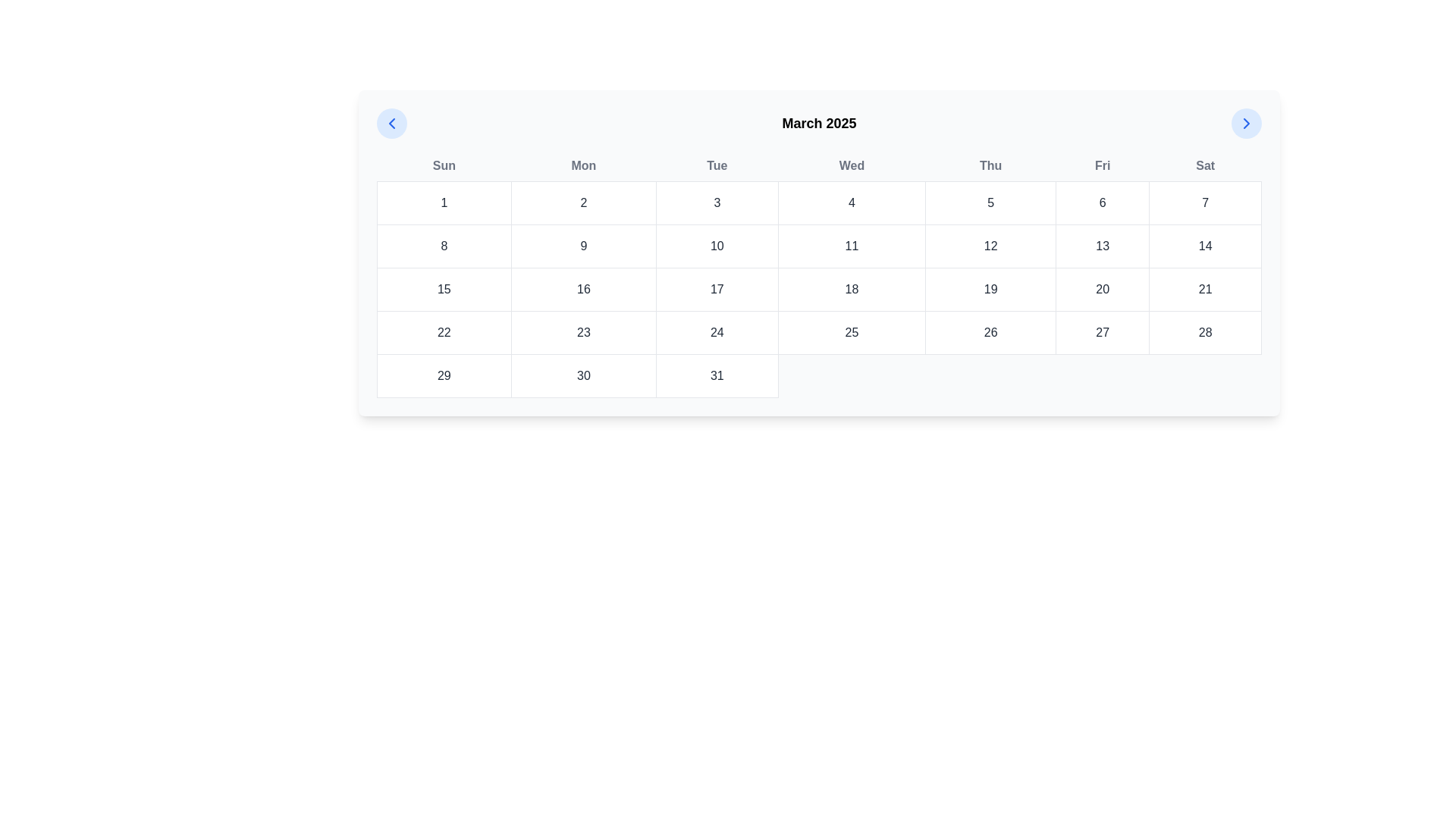 The width and height of the screenshot is (1456, 819). I want to click on the selectable calendar cell containing the number '16', so click(582, 289).